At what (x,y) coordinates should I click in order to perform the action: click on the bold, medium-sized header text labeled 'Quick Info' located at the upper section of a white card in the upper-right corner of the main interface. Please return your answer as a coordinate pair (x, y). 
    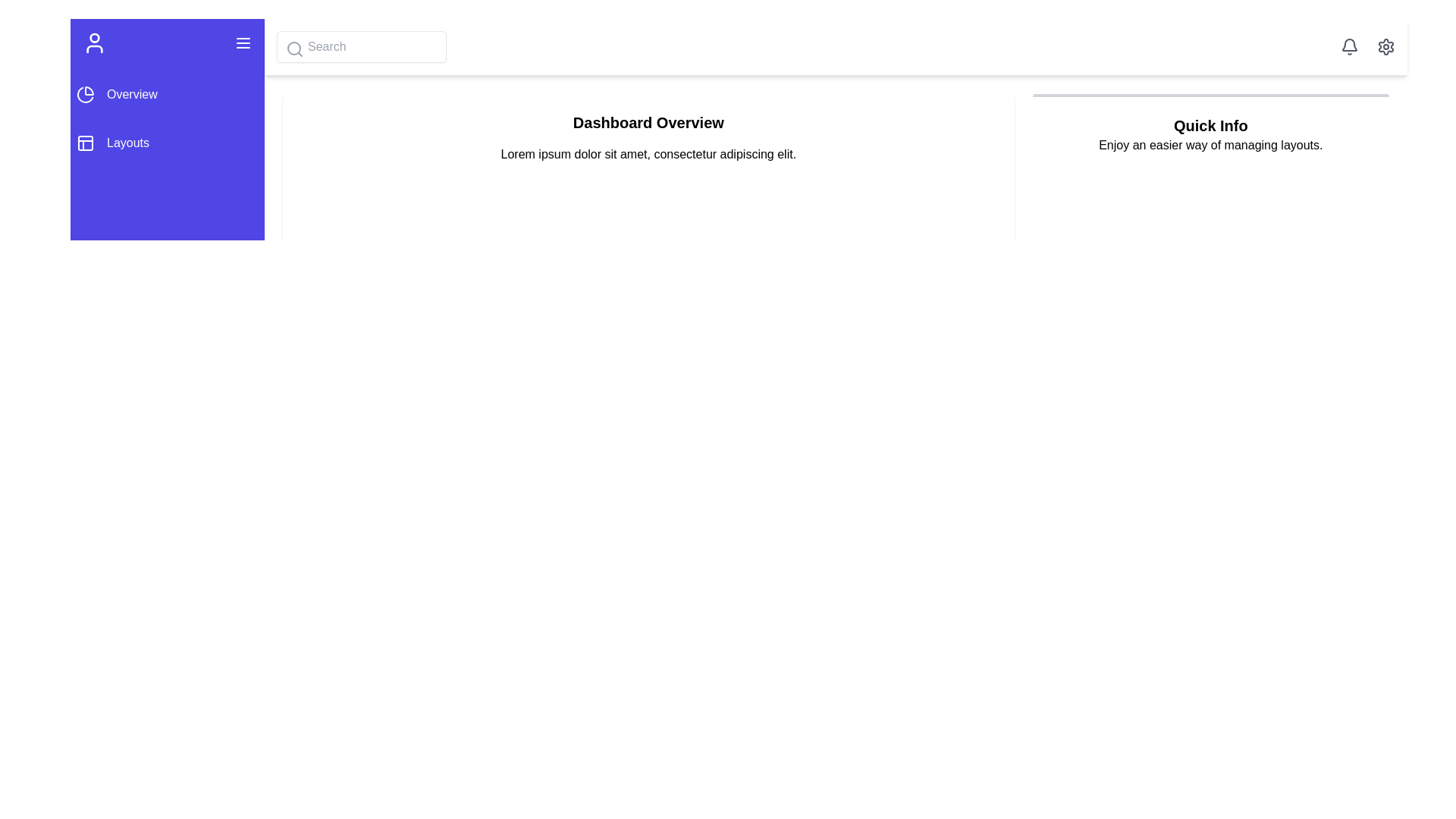
    Looking at the image, I should click on (1210, 124).